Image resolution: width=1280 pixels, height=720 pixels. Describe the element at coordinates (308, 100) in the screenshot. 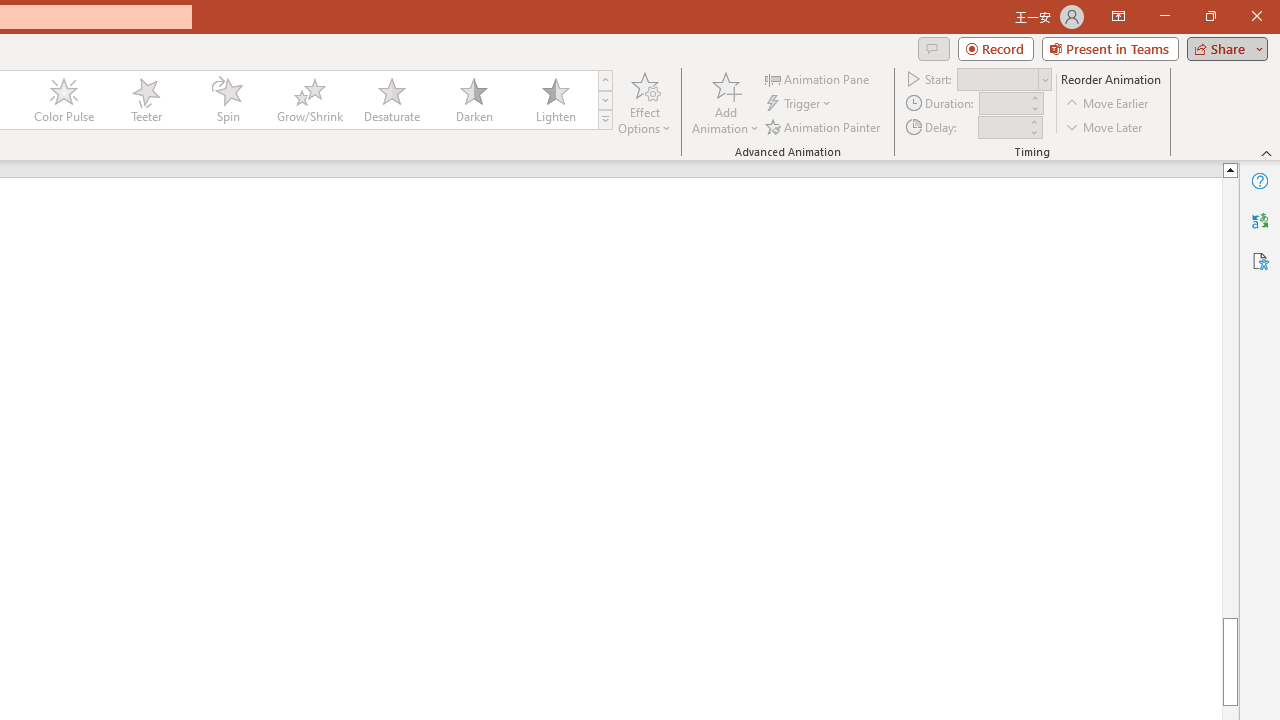

I see `'Grow/Shrink'` at that location.